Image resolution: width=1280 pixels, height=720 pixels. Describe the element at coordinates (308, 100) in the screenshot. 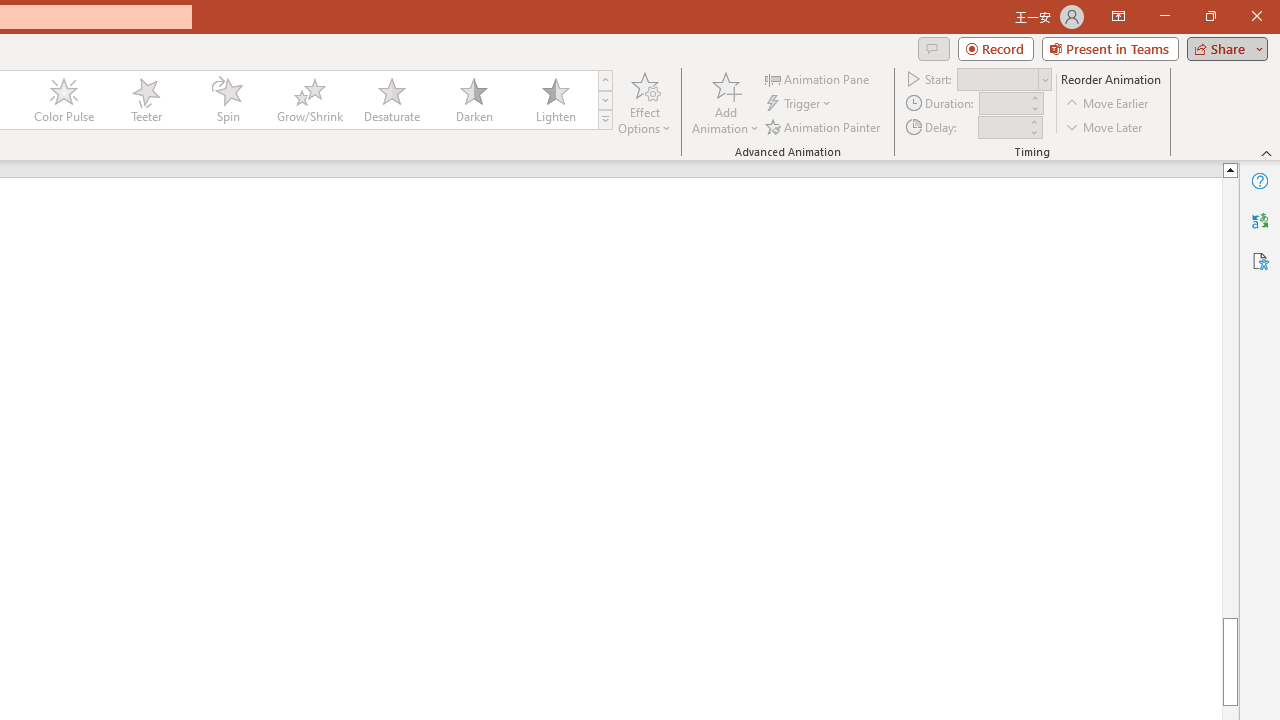

I see `'Grow/Shrink'` at that location.